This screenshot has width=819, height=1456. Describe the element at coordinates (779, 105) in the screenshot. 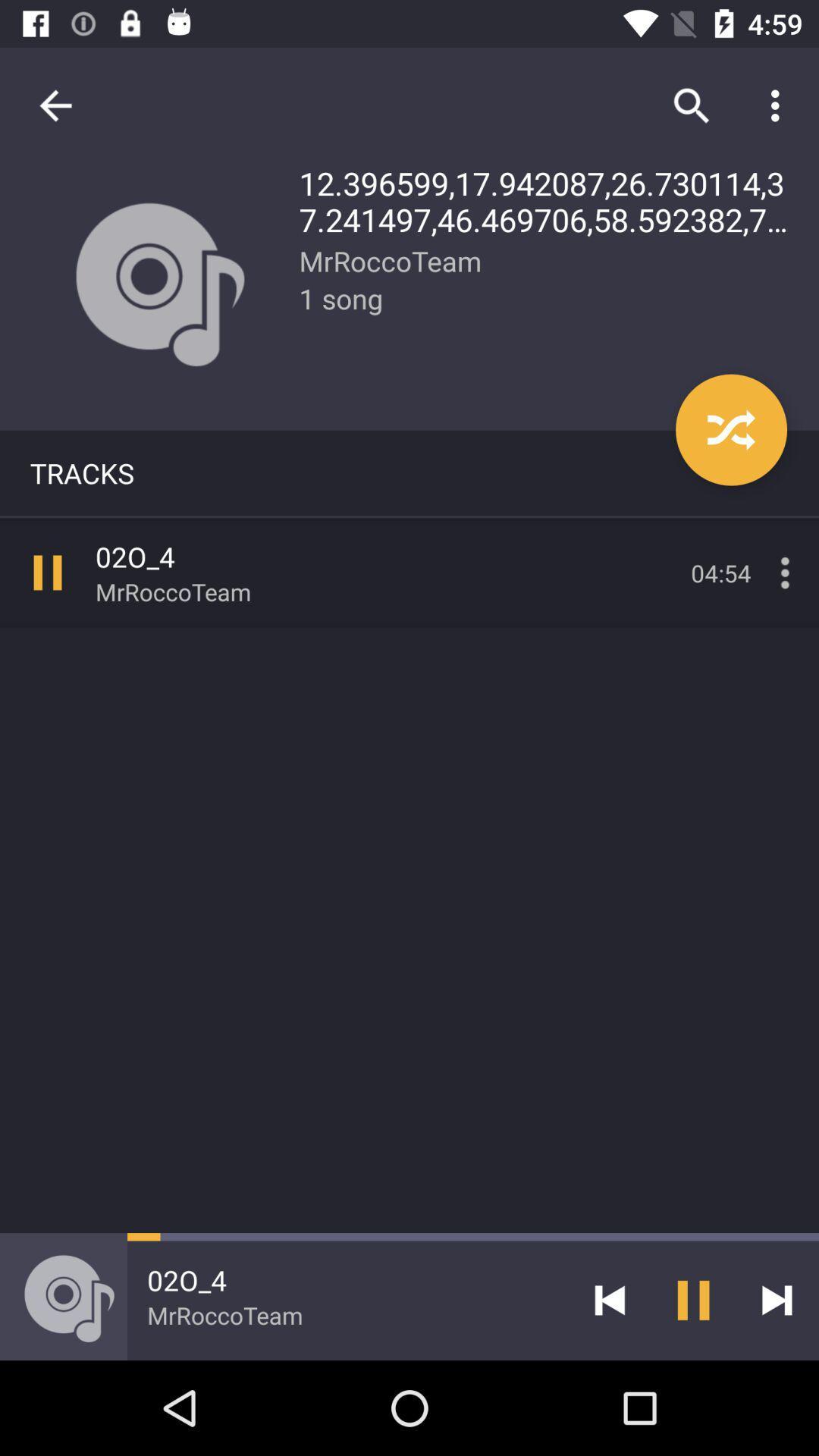

I see `icon above the 12 396599 17 item` at that location.